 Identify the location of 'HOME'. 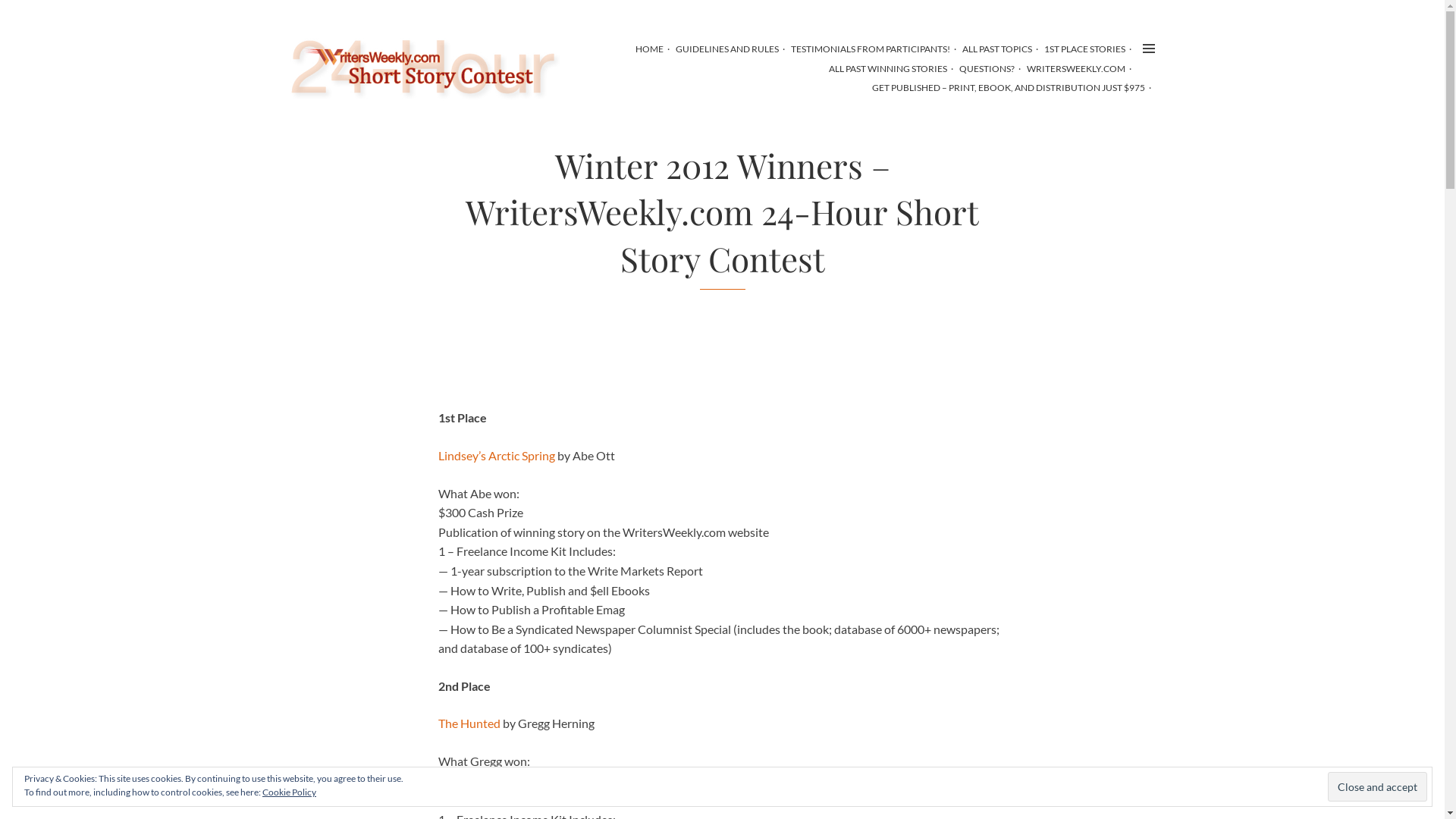
(649, 48).